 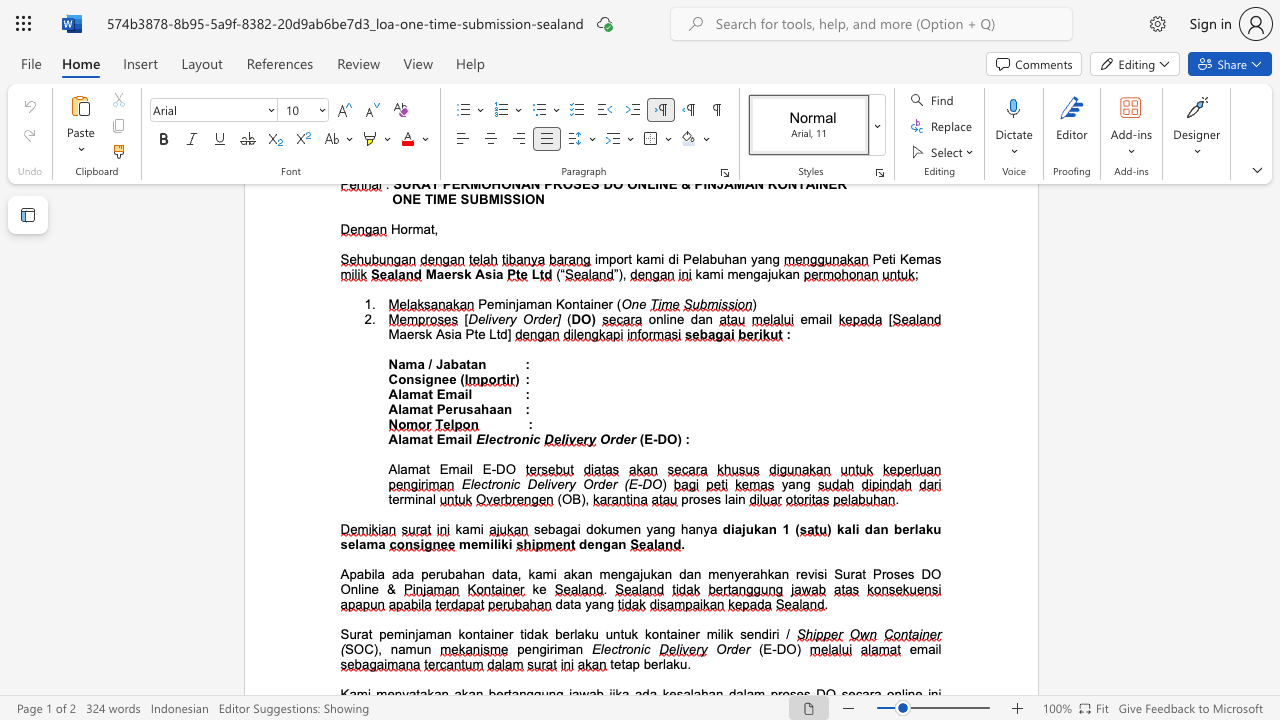 I want to click on the space between the continuous character "O" and "C" in the text, so click(x=364, y=649).